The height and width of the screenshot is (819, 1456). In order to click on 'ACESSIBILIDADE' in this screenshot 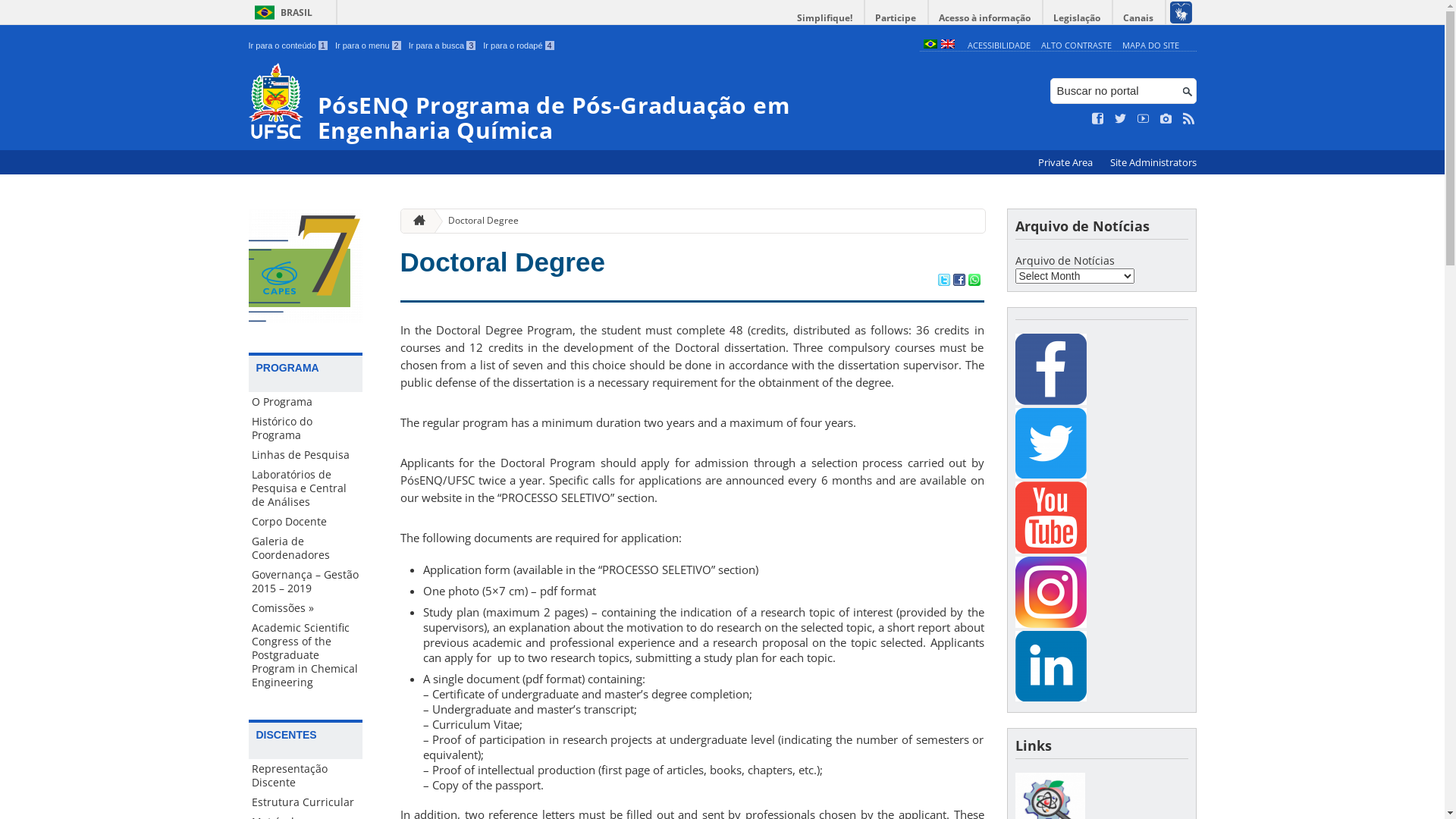, I will do `click(999, 44)`.